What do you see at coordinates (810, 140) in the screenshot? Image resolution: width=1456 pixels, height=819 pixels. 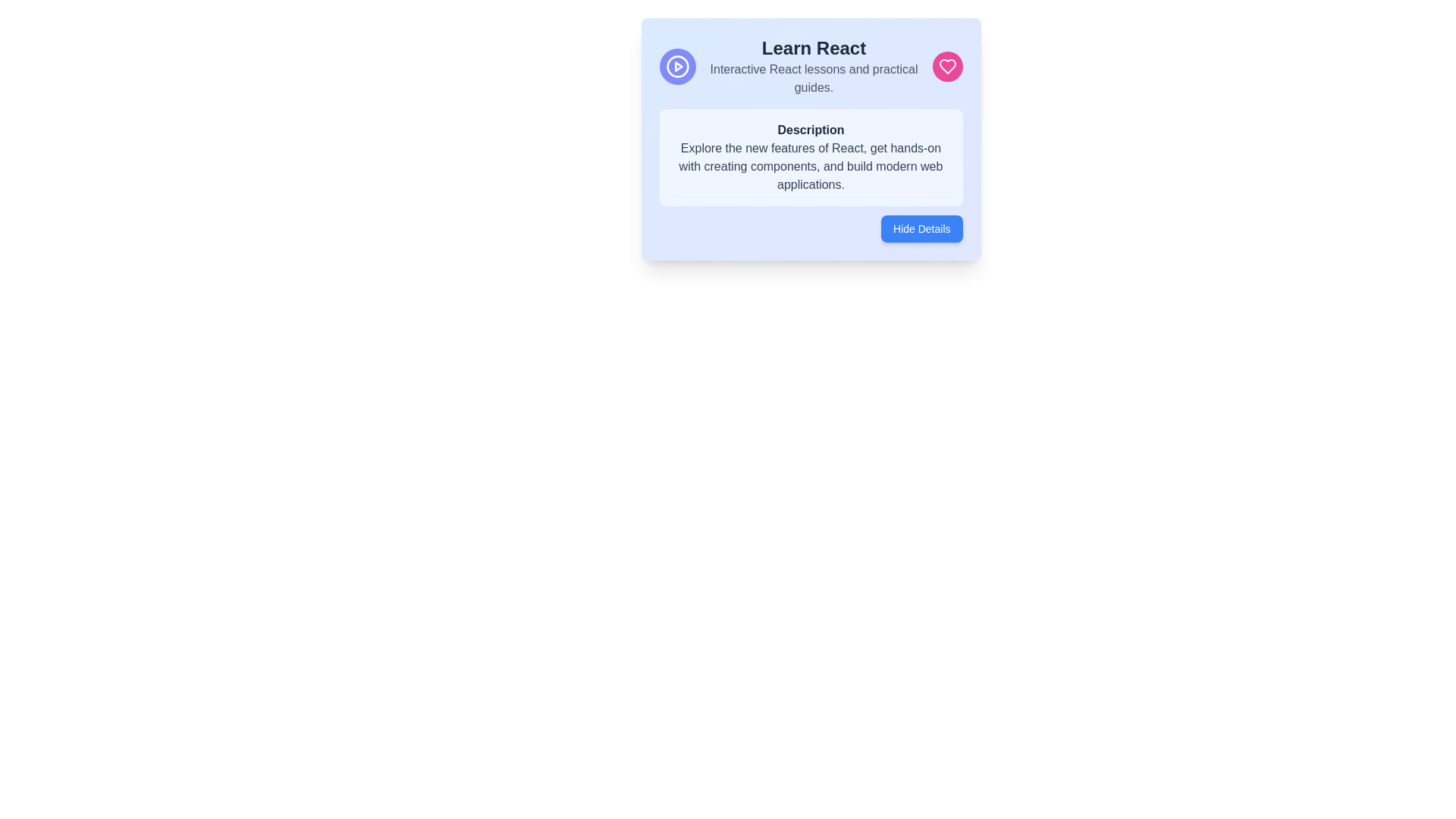 I see `the Card component that highlights details about learning React, positioned centrally in the interface` at bounding box center [810, 140].